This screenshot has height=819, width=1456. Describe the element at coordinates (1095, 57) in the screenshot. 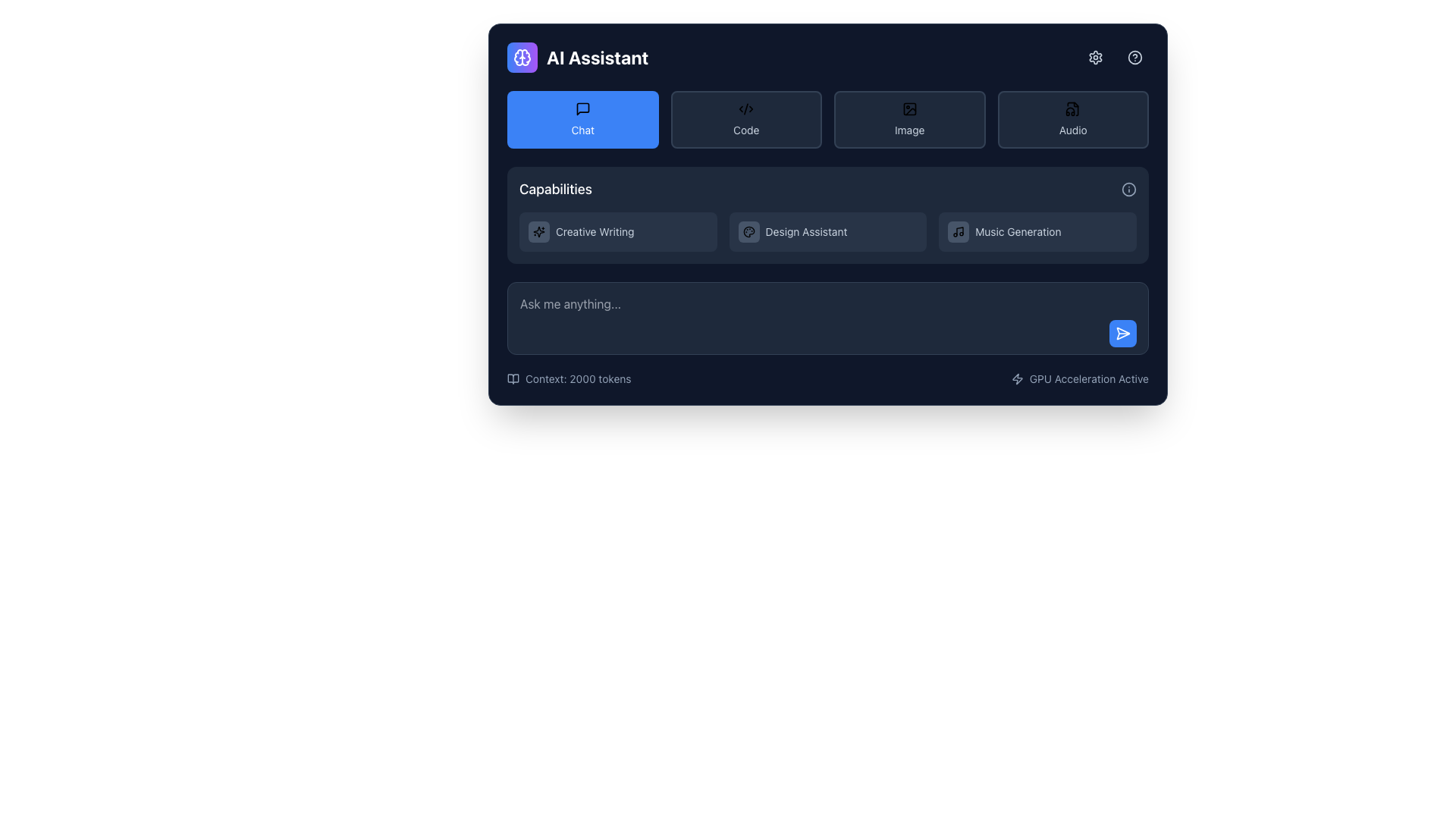

I see `the settings icon located in the upper-right corner of the application interface` at that location.